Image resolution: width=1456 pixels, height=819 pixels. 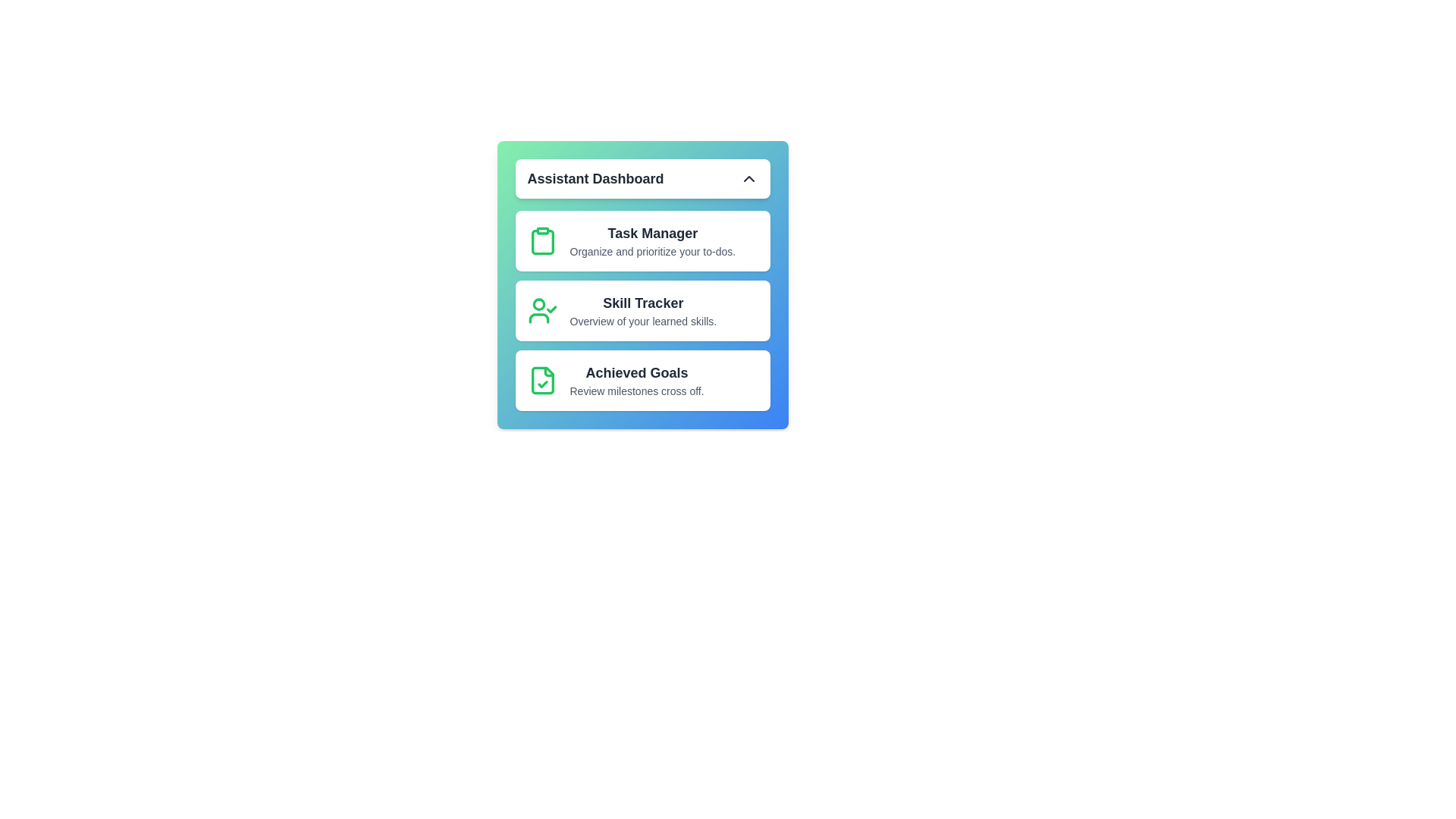 What do you see at coordinates (642, 177) in the screenshot?
I see `dropdown toggle button to toggle the menu visibility` at bounding box center [642, 177].